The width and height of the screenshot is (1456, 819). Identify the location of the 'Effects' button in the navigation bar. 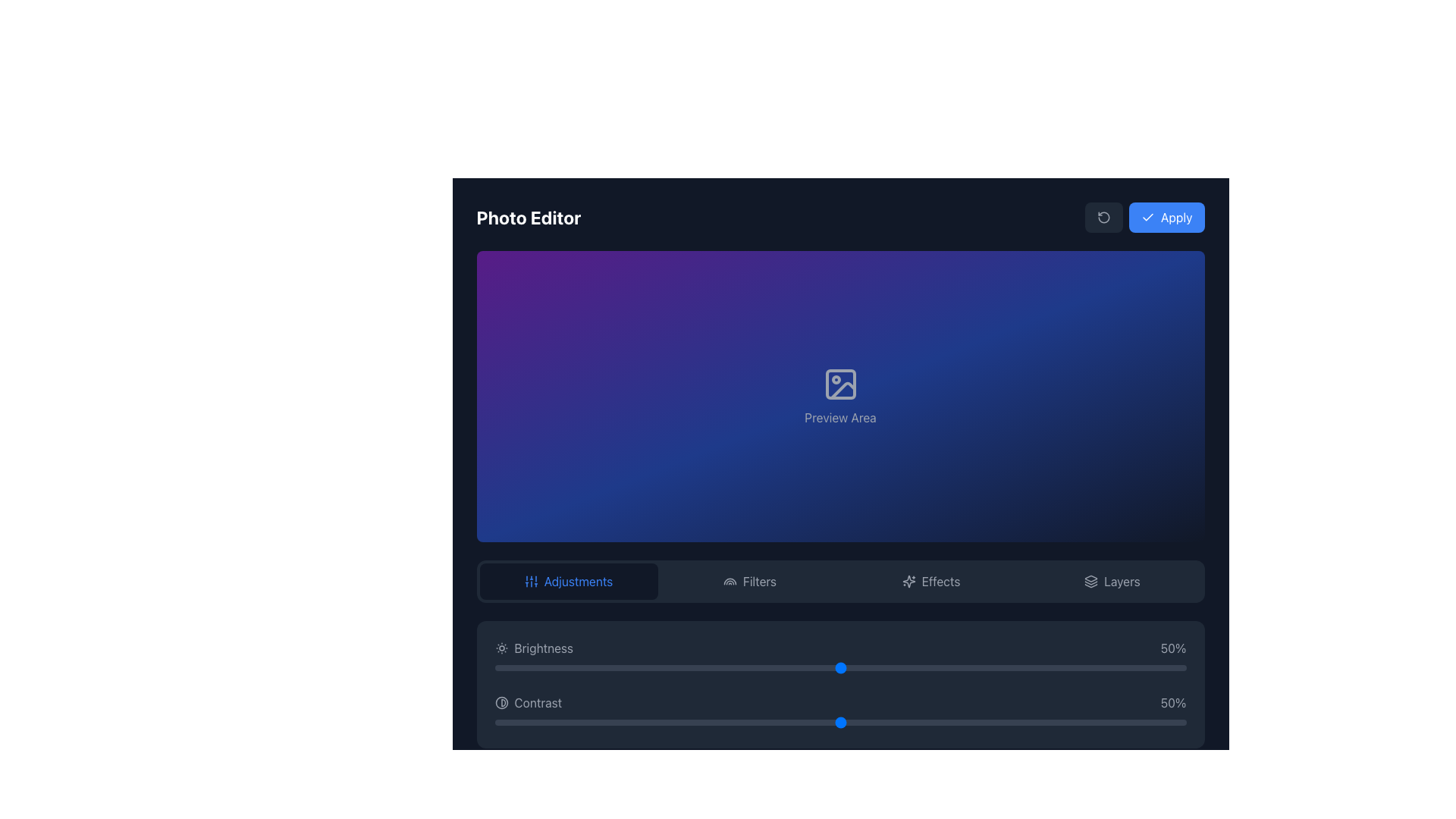
(930, 581).